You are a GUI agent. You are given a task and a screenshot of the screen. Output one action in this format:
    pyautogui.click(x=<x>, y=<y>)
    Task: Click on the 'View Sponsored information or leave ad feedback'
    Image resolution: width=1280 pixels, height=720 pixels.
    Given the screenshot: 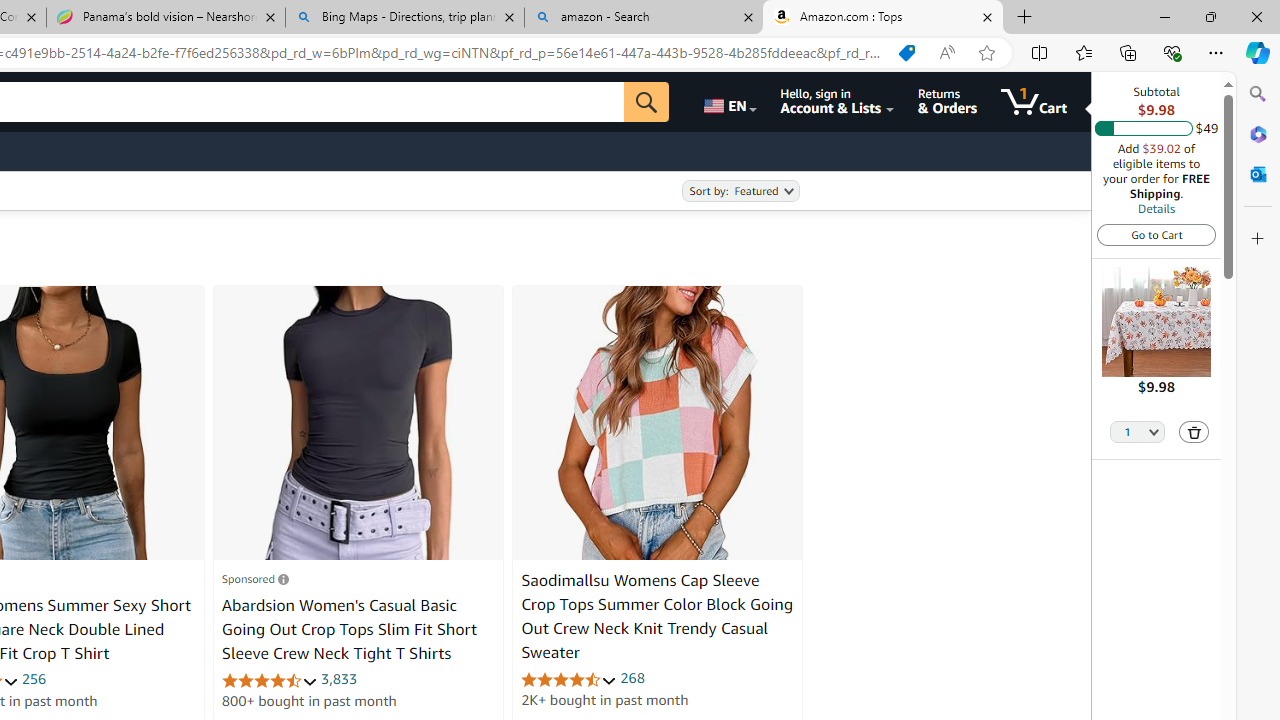 What is the action you would take?
    pyautogui.click(x=254, y=578)
    